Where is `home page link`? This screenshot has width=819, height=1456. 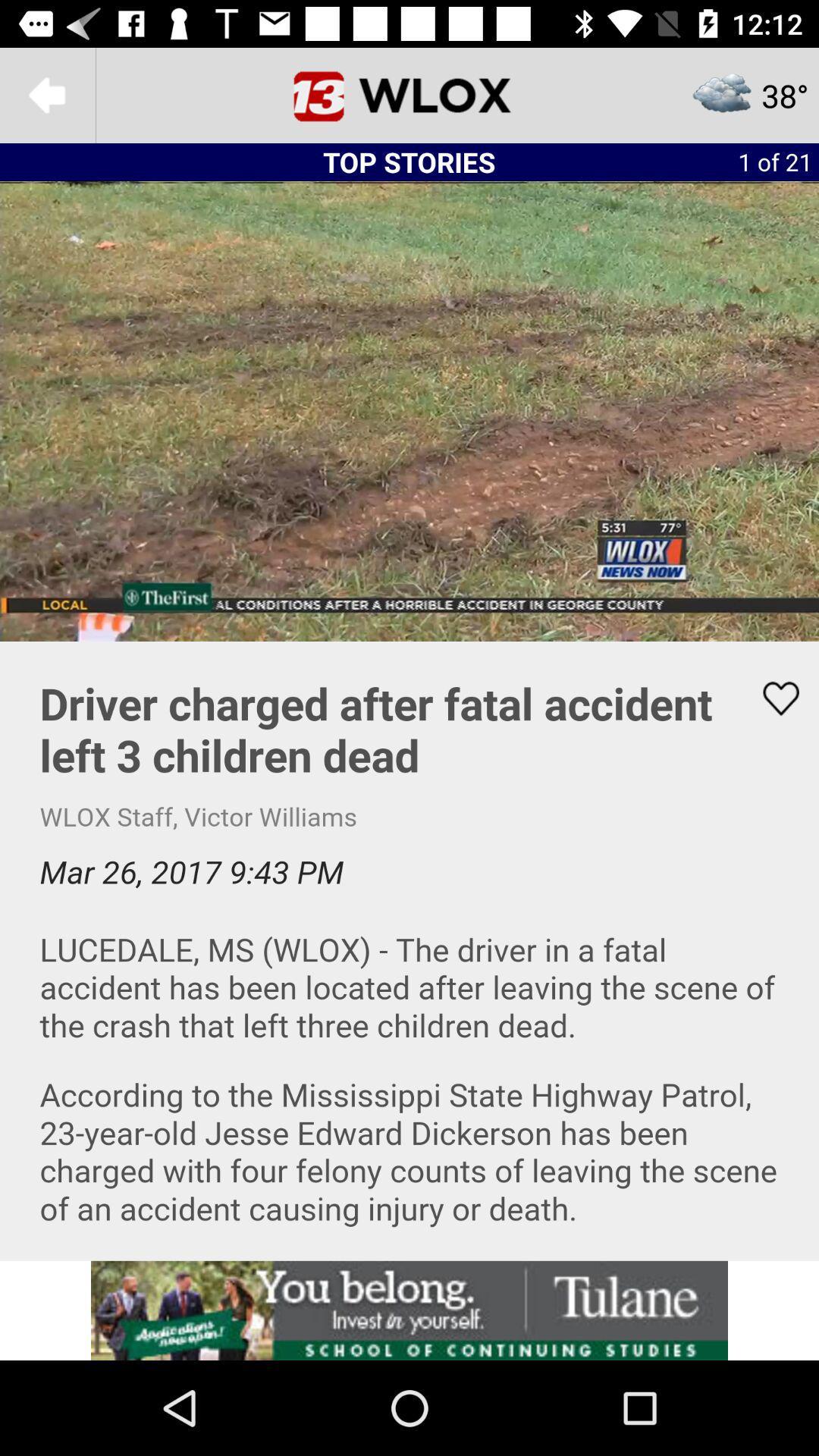 home page link is located at coordinates (409, 94).